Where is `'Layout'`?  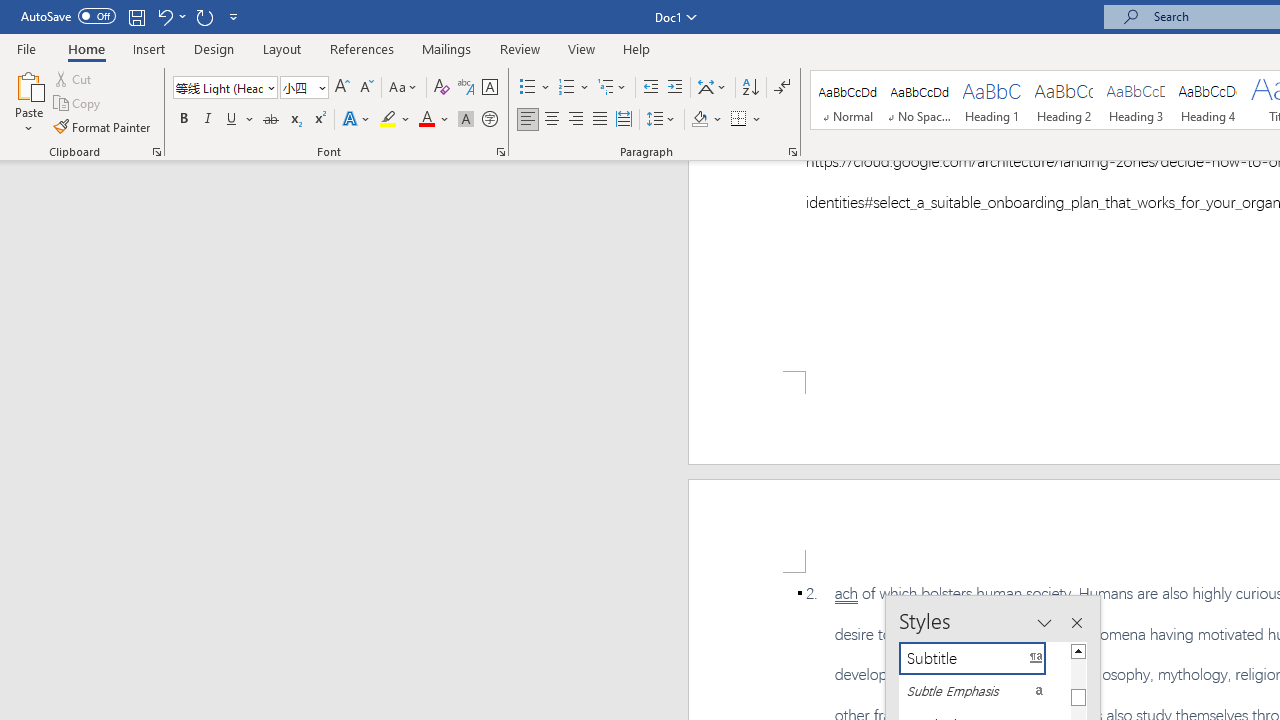 'Layout' is located at coordinates (281, 48).